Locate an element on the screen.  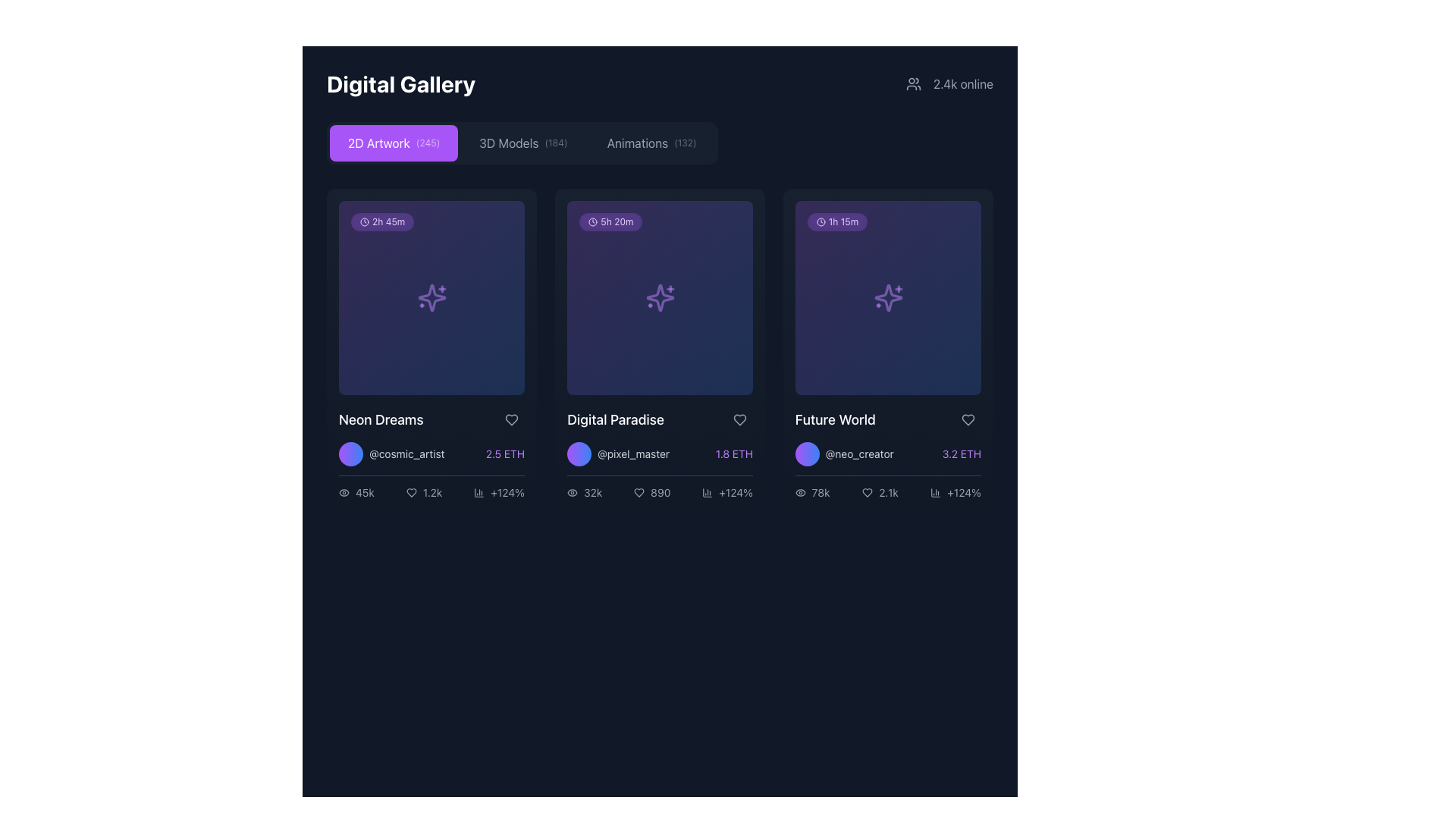
the navigation button that displays a list of animations, positioned as the third tab option in a row of three tabs is located at coordinates (651, 143).